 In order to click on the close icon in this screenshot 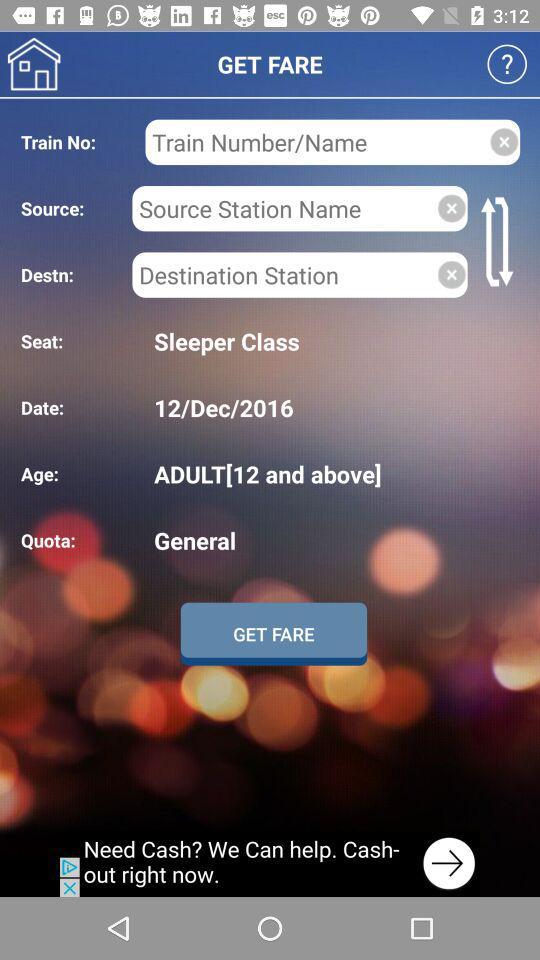, I will do `click(451, 273)`.